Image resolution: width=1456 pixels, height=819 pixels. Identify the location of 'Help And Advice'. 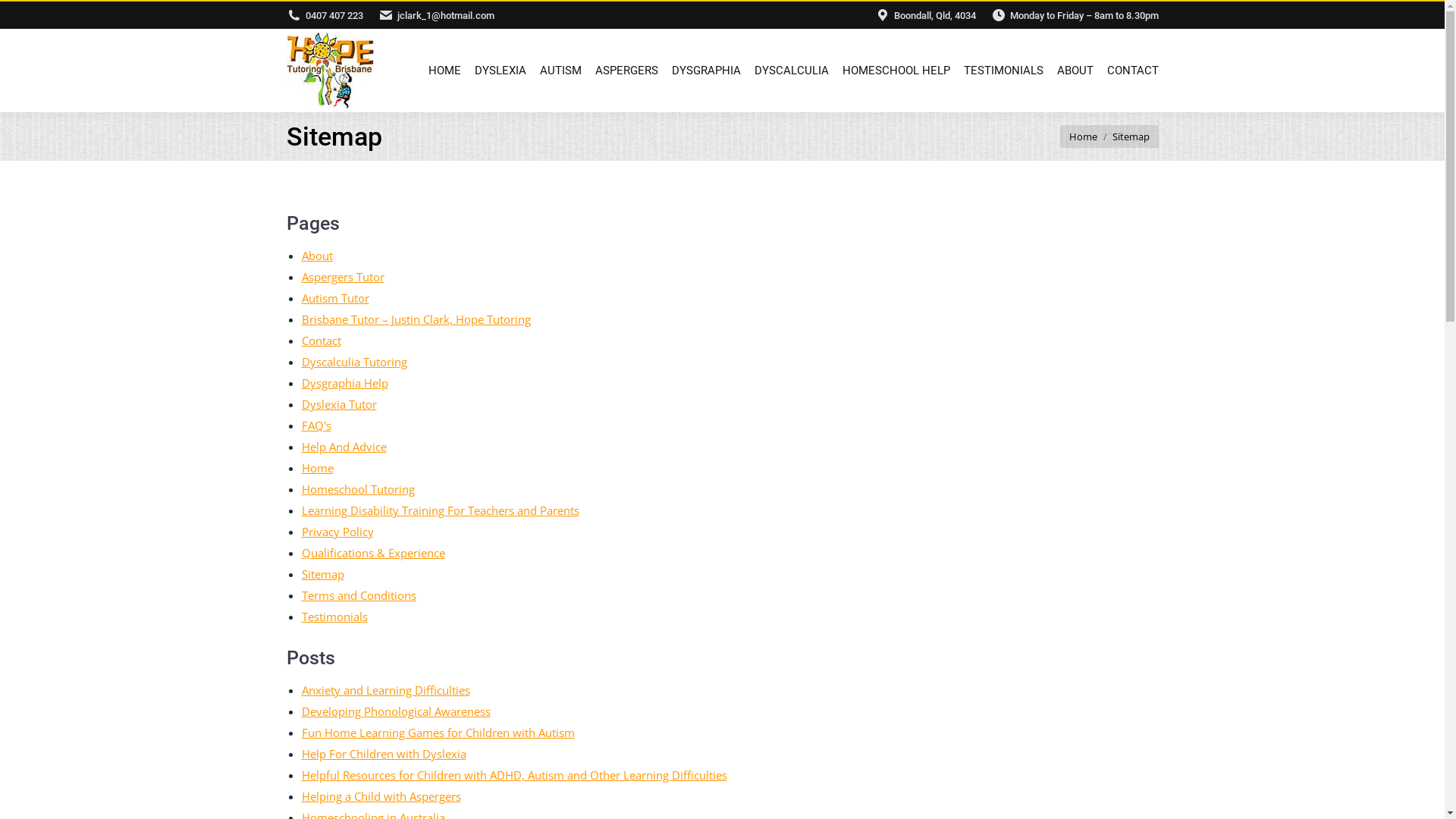
(302, 446).